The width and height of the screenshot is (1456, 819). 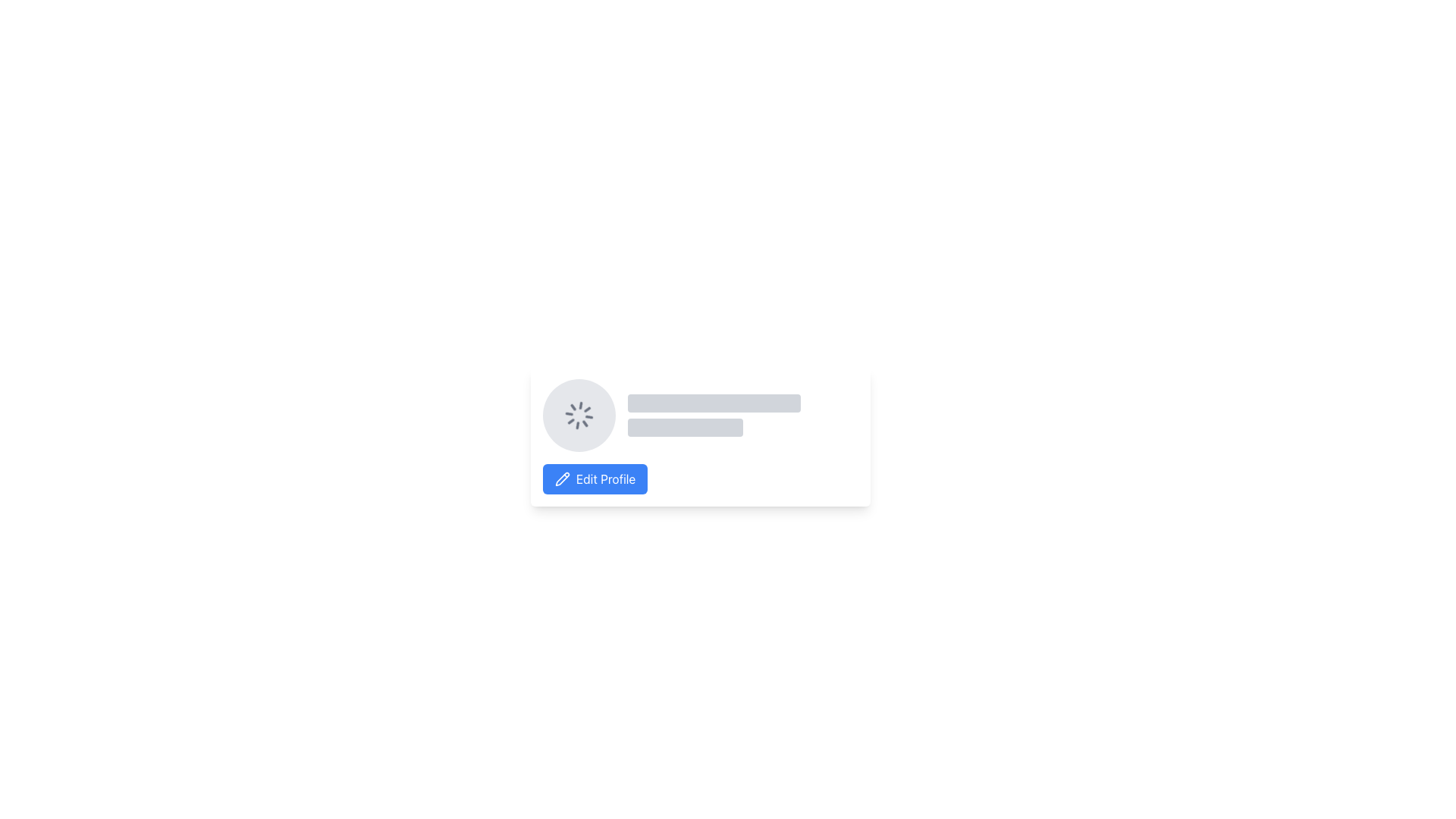 What do you see at coordinates (595, 479) in the screenshot?
I see `the blue 'Edit Profile' button with a pencil icon` at bounding box center [595, 479].